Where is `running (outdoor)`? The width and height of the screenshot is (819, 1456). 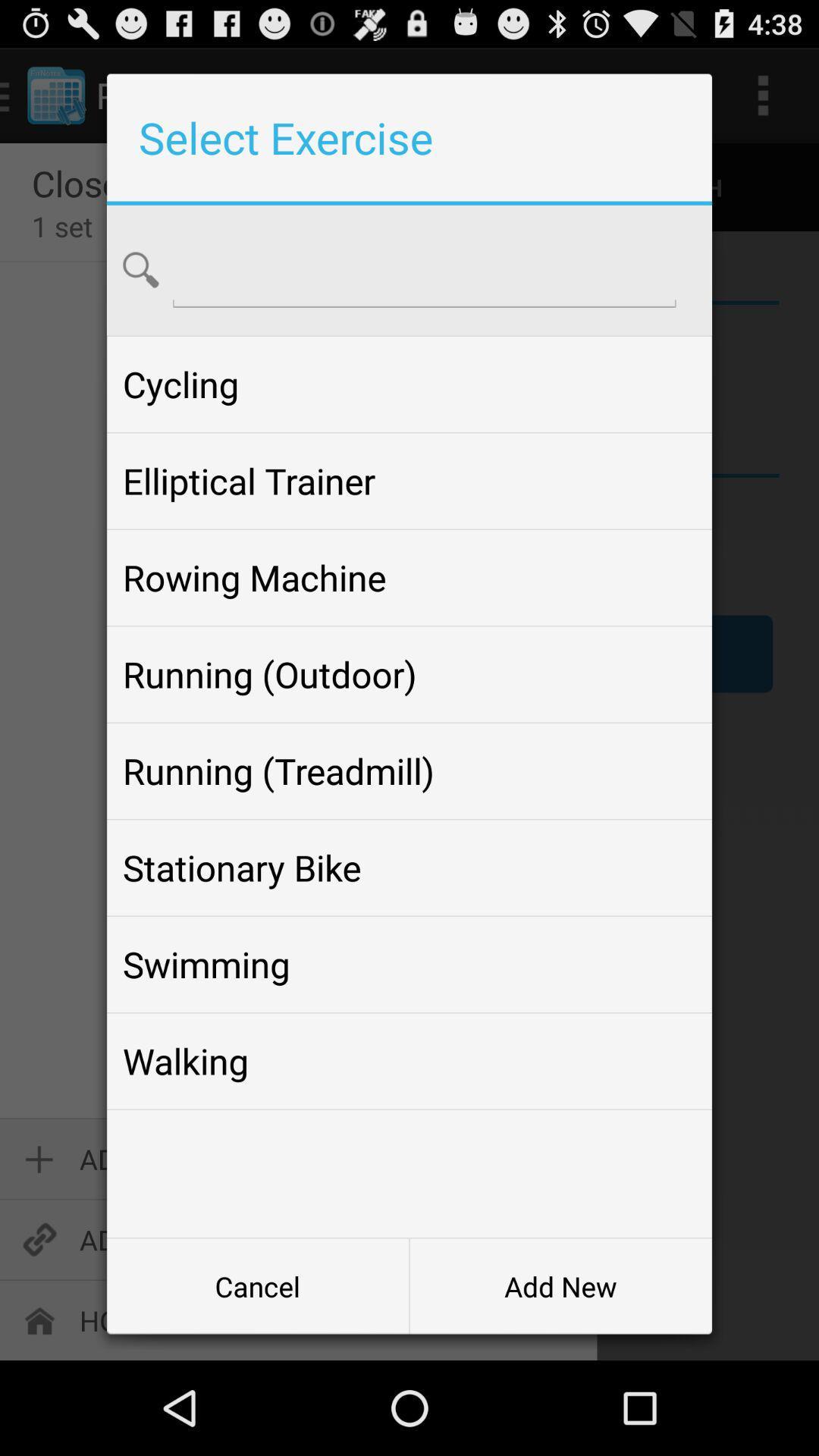 running (outdoor) is located at coordinates (409, 673).